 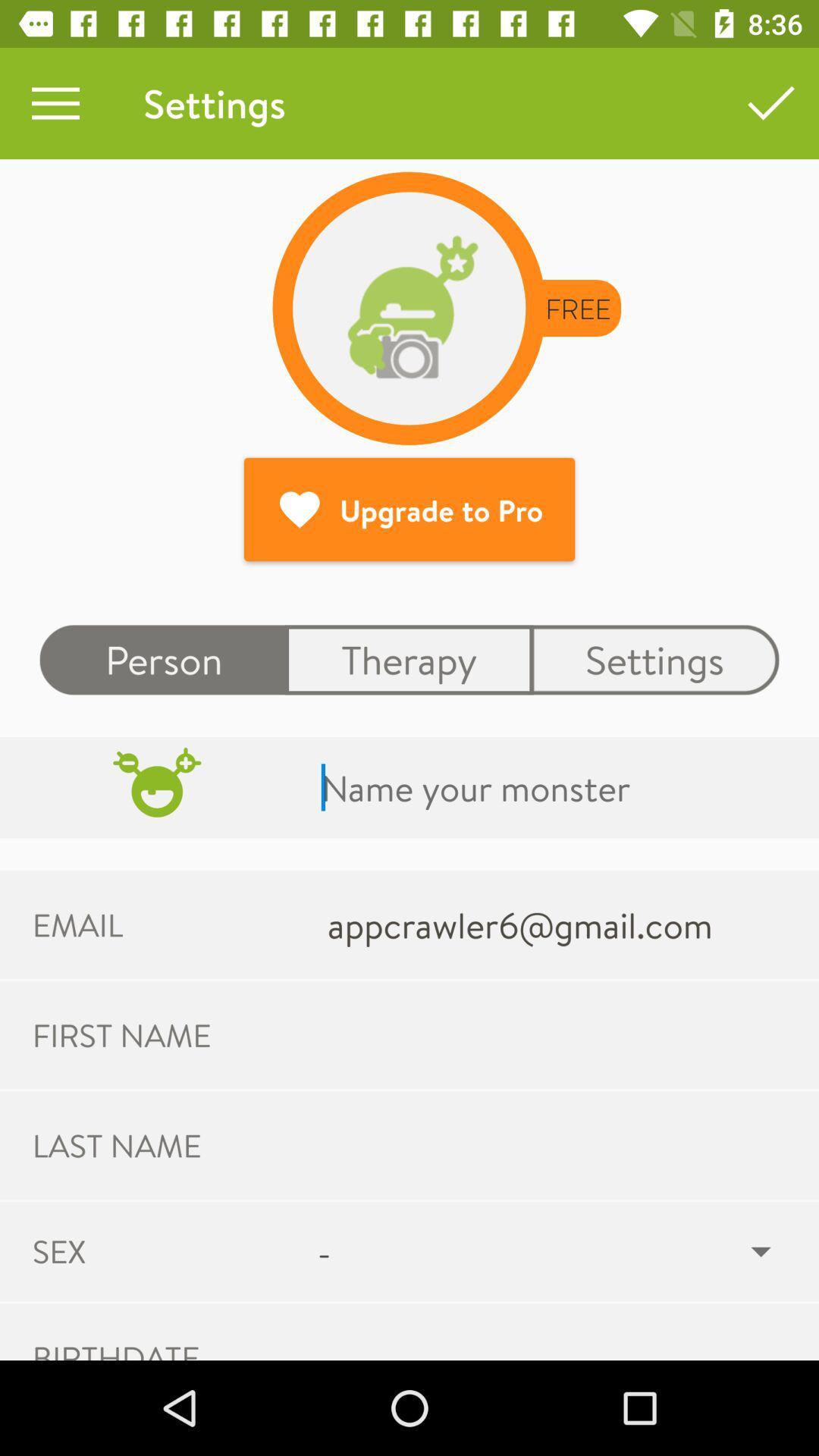 I want to click on text box option, so click(x=555, y=787).